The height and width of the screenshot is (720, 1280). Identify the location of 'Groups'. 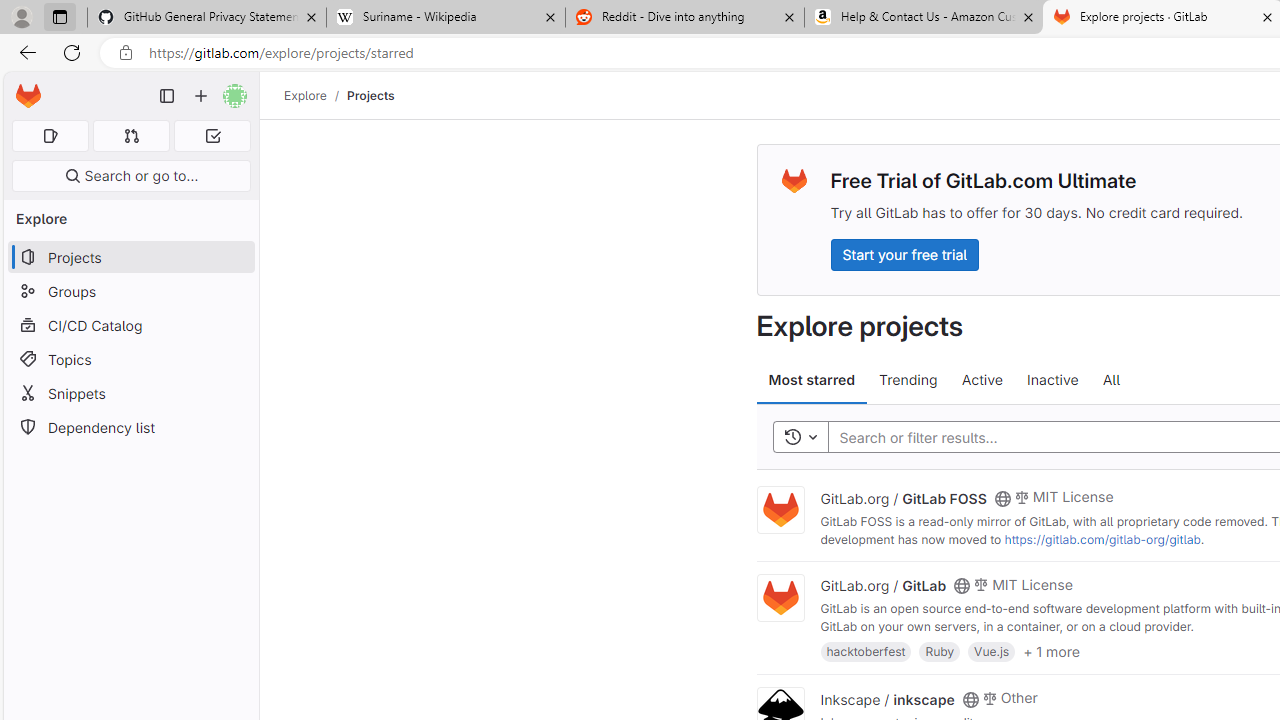
(130, 291).